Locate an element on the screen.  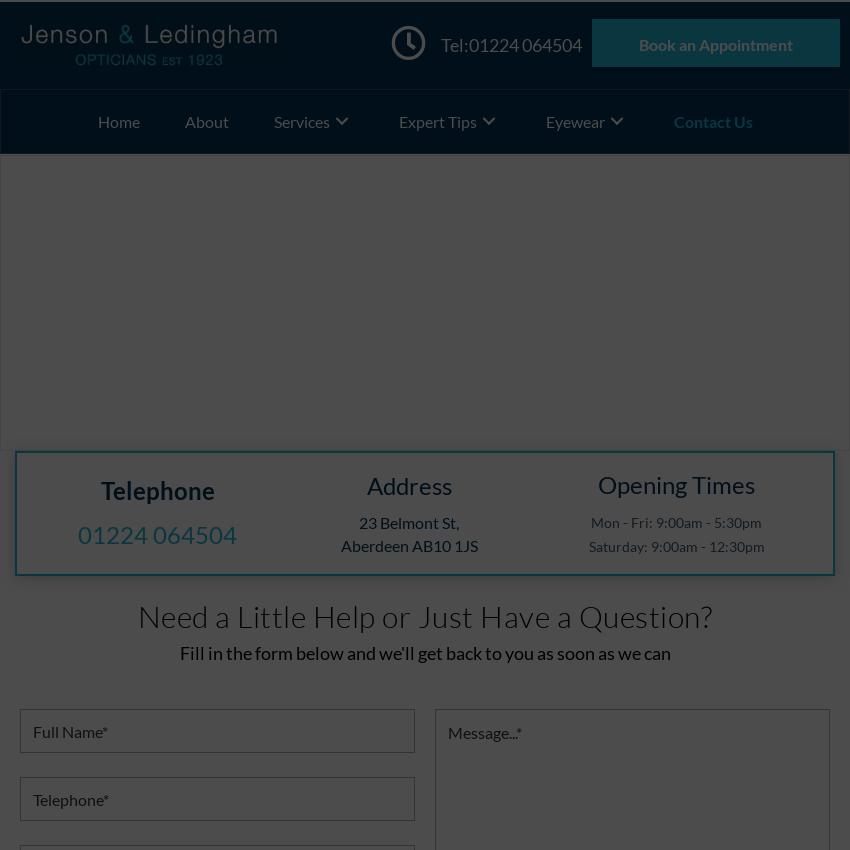
'23 Belmont St, Aberdeen AB10 1JS' is located at coordinates (408, 532).